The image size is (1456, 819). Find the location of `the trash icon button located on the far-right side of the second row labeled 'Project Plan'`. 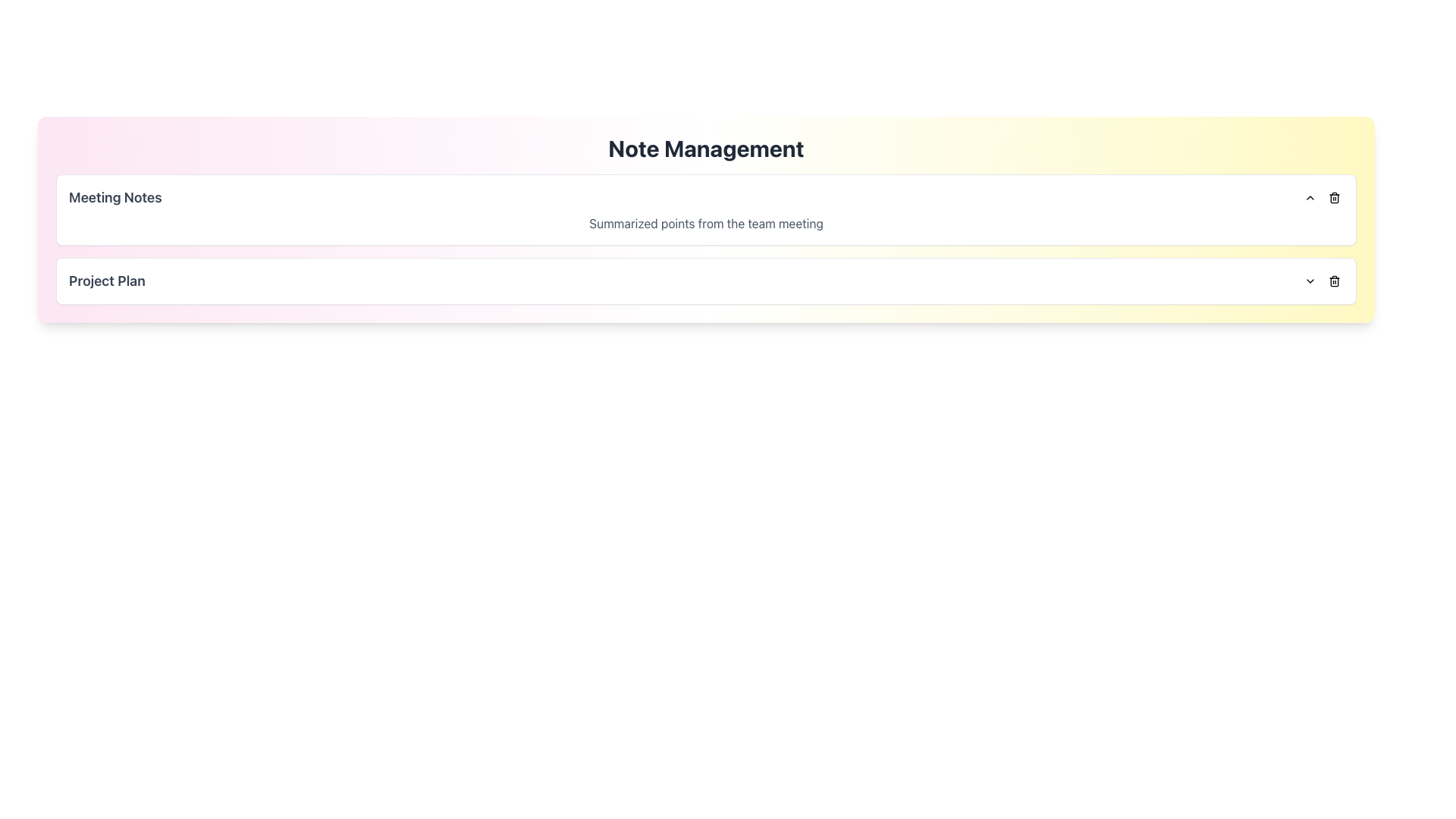

the trash icon button located on the far-right side of the second row labeled 'Project Plan' is located at coordinates (1335, 281).